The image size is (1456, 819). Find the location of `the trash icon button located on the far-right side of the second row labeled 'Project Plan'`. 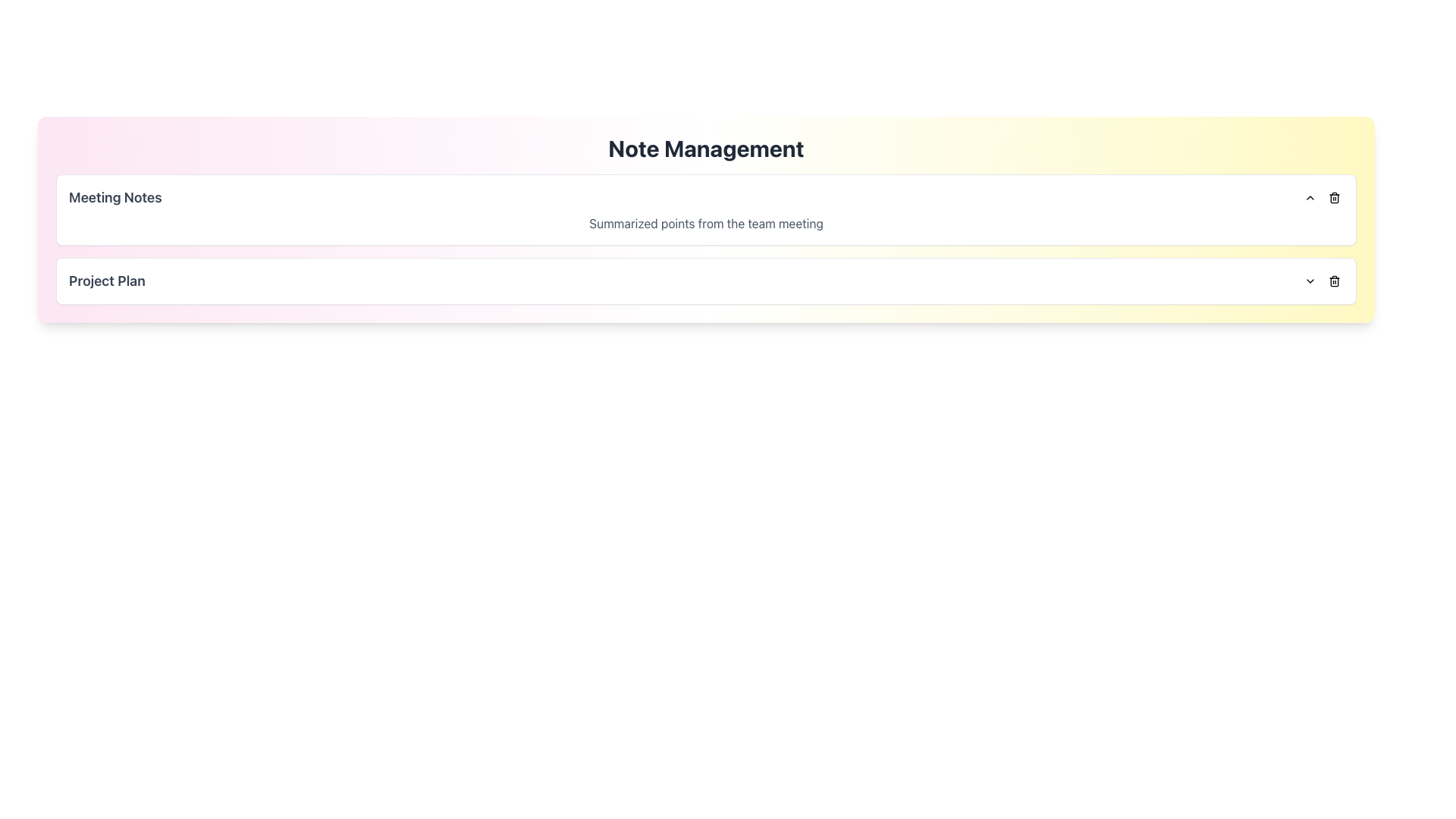

the trash icon button located on the far-right side of the second row labeled 'Project Plan' is located at coordinates (1335, 281).